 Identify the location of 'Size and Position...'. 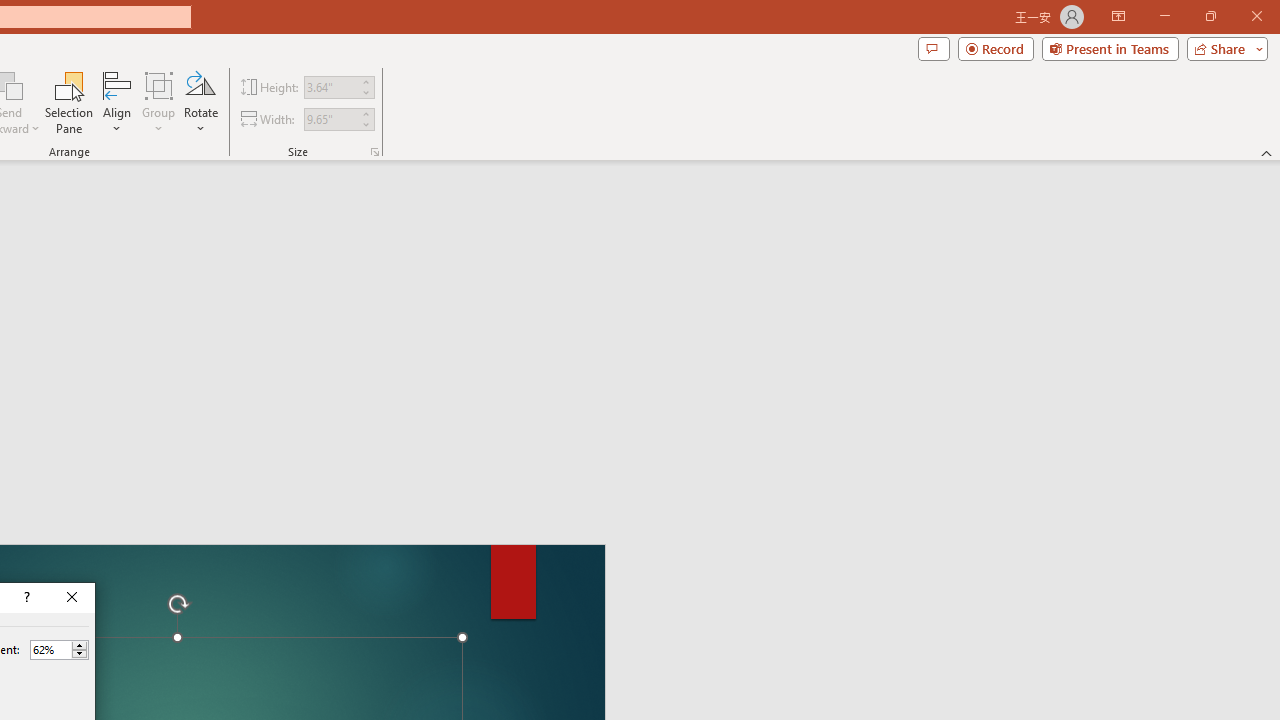
(375, 150).